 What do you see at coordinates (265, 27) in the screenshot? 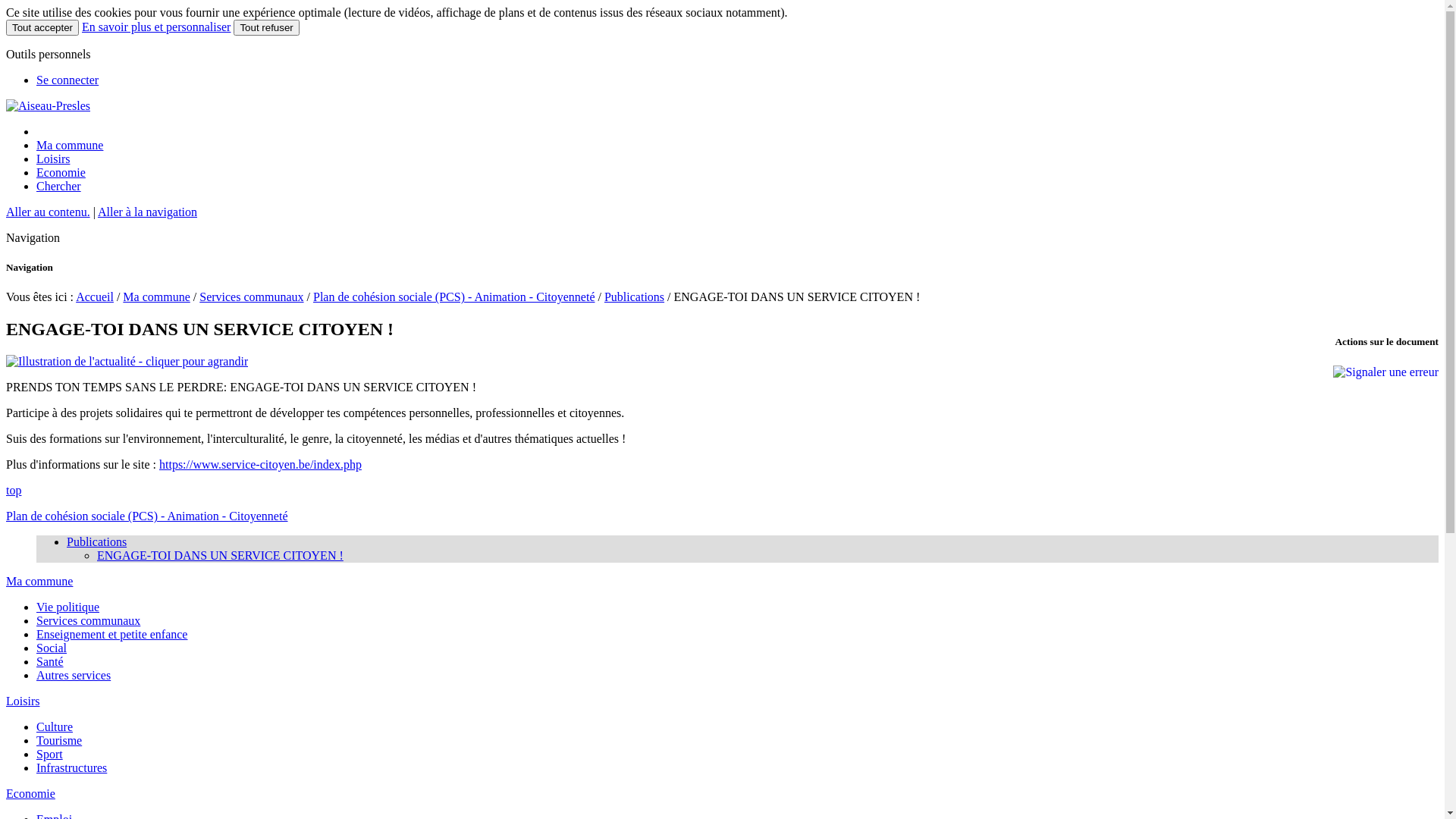
I see `'Tout refuser'` at bounding box center [265, 27].